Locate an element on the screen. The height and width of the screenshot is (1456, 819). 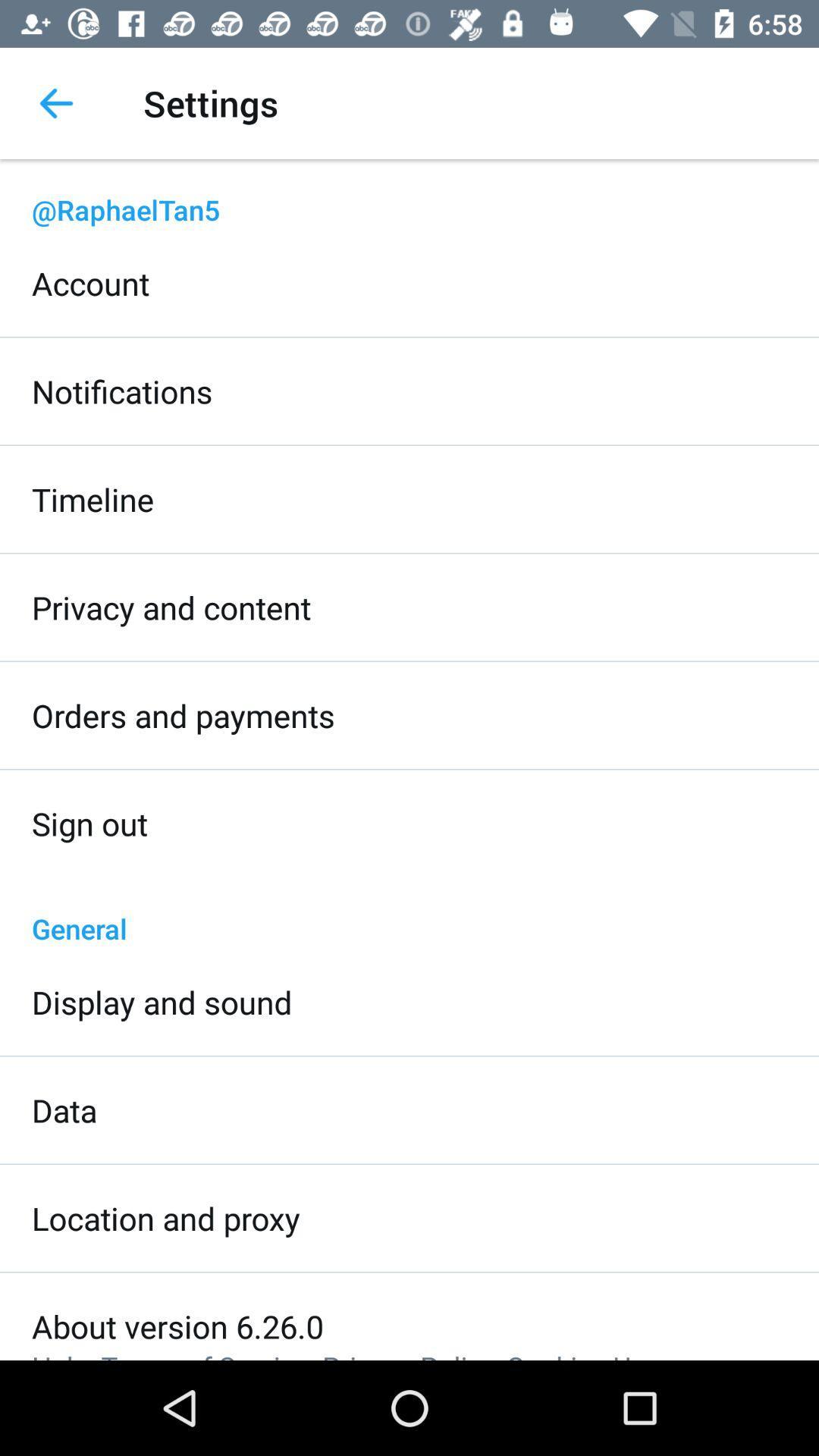
the help terms of is located at coordinates (346, 1354).